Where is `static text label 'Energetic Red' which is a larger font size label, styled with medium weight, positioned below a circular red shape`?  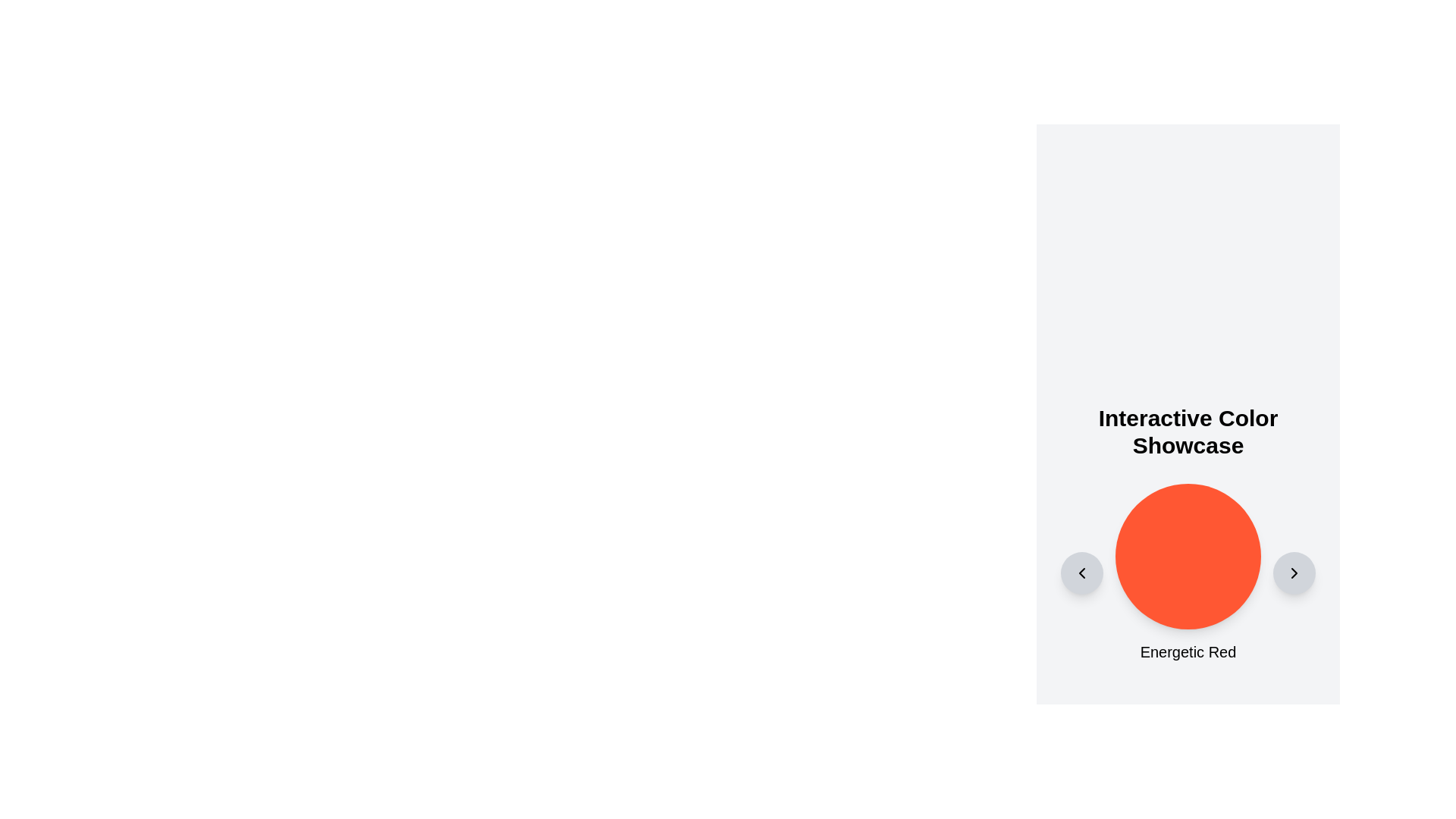
static text label 'Energetic Red' which is a larger font size label, styled with medium weight, positioned below a circular red shape is located at coordinates (1187, 651).